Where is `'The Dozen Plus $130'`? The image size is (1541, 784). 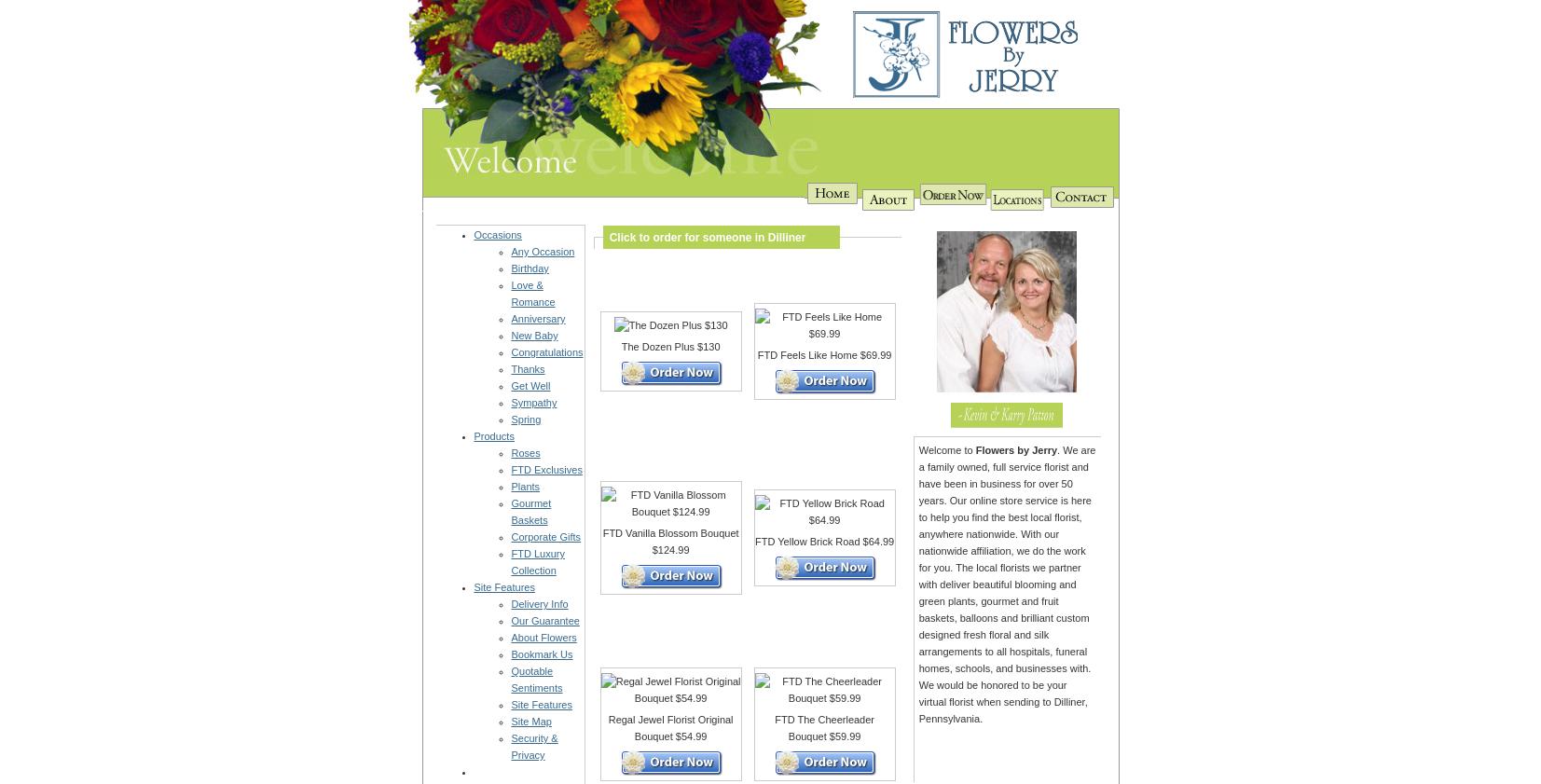 'The Dozen Plus $130' is located at coordinates (669, 345).